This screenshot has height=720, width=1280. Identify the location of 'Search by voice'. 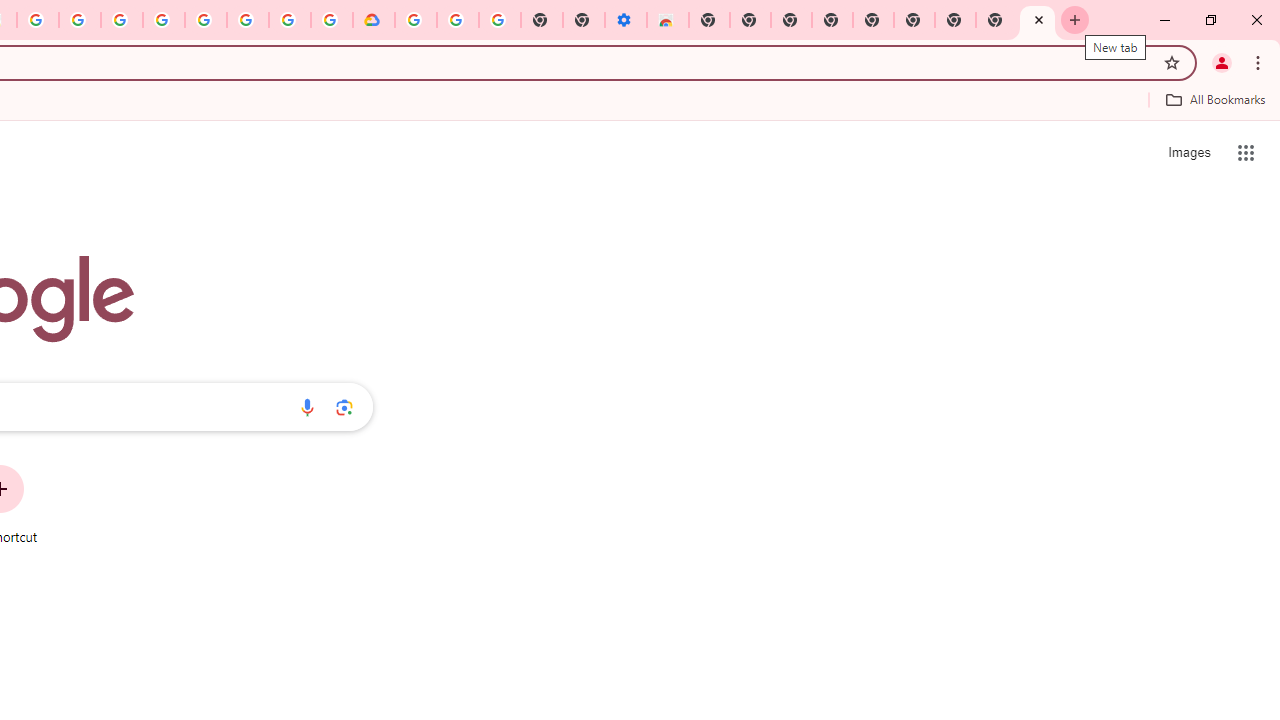
(306, 406).